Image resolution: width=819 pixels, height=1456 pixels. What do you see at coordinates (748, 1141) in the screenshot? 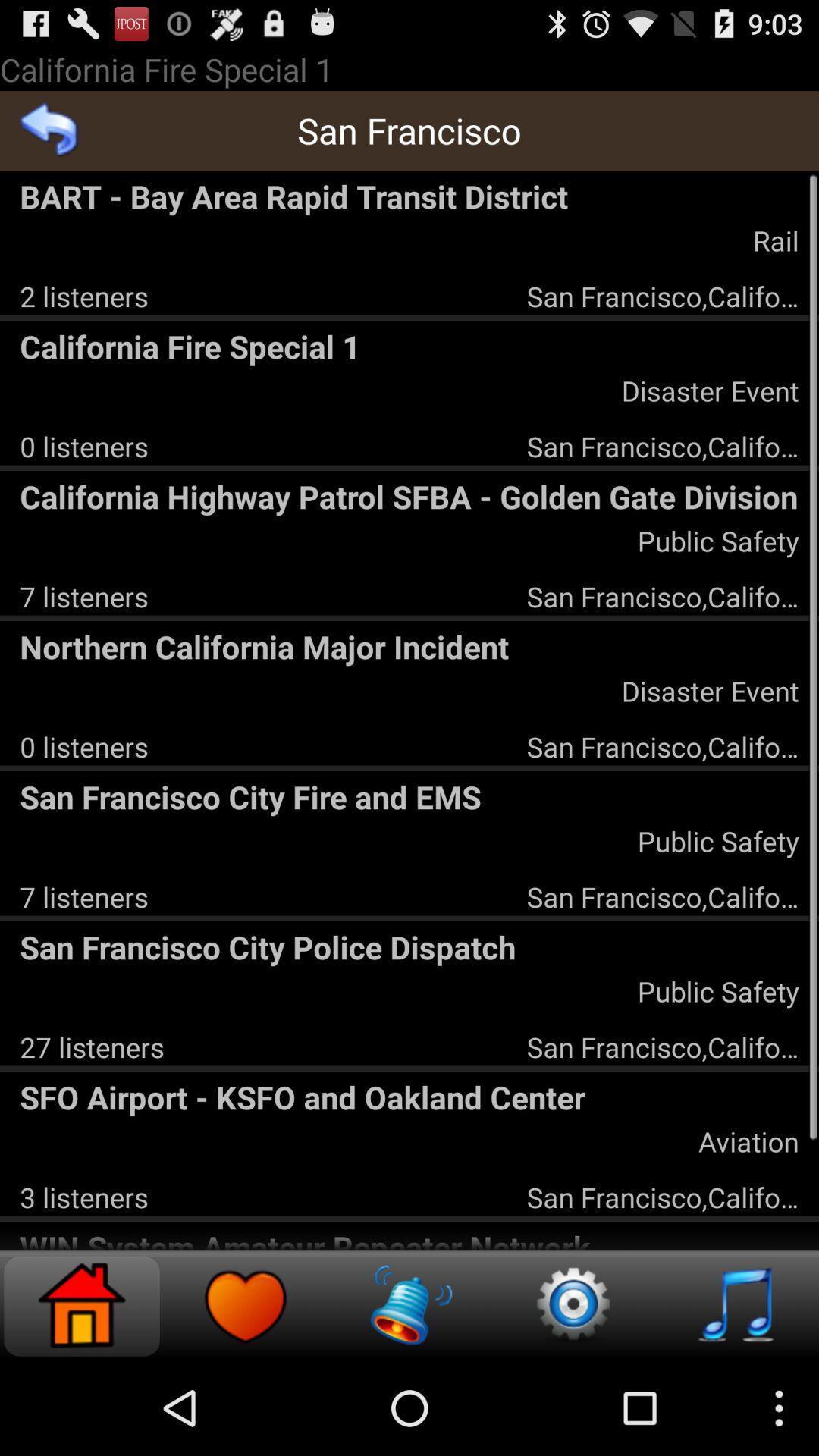
I see `item below the sfo airport ksfo icon` at bounding box center [748, 1141].